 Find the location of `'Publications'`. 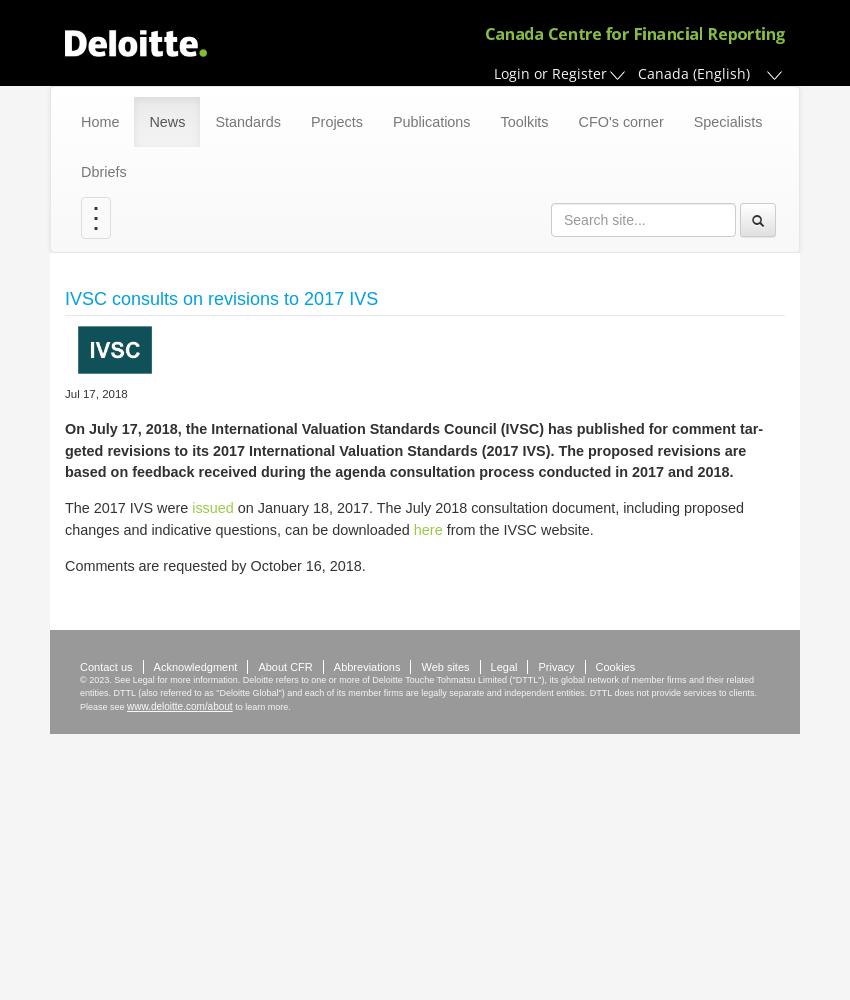

'Publications' is located at coordinates (430, 121).